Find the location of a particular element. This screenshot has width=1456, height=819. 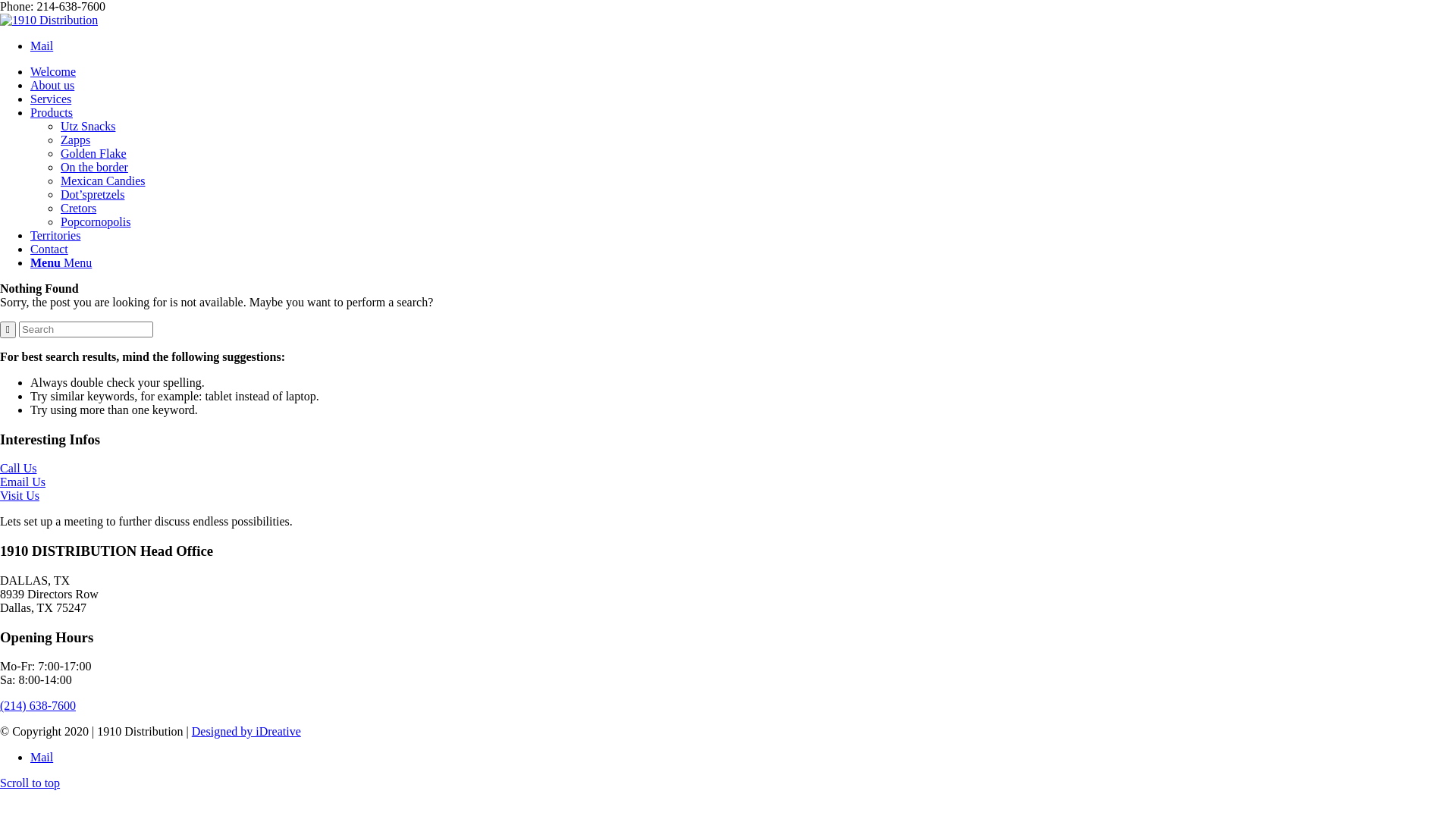

'Contact' is located at coordinates (49, 248).